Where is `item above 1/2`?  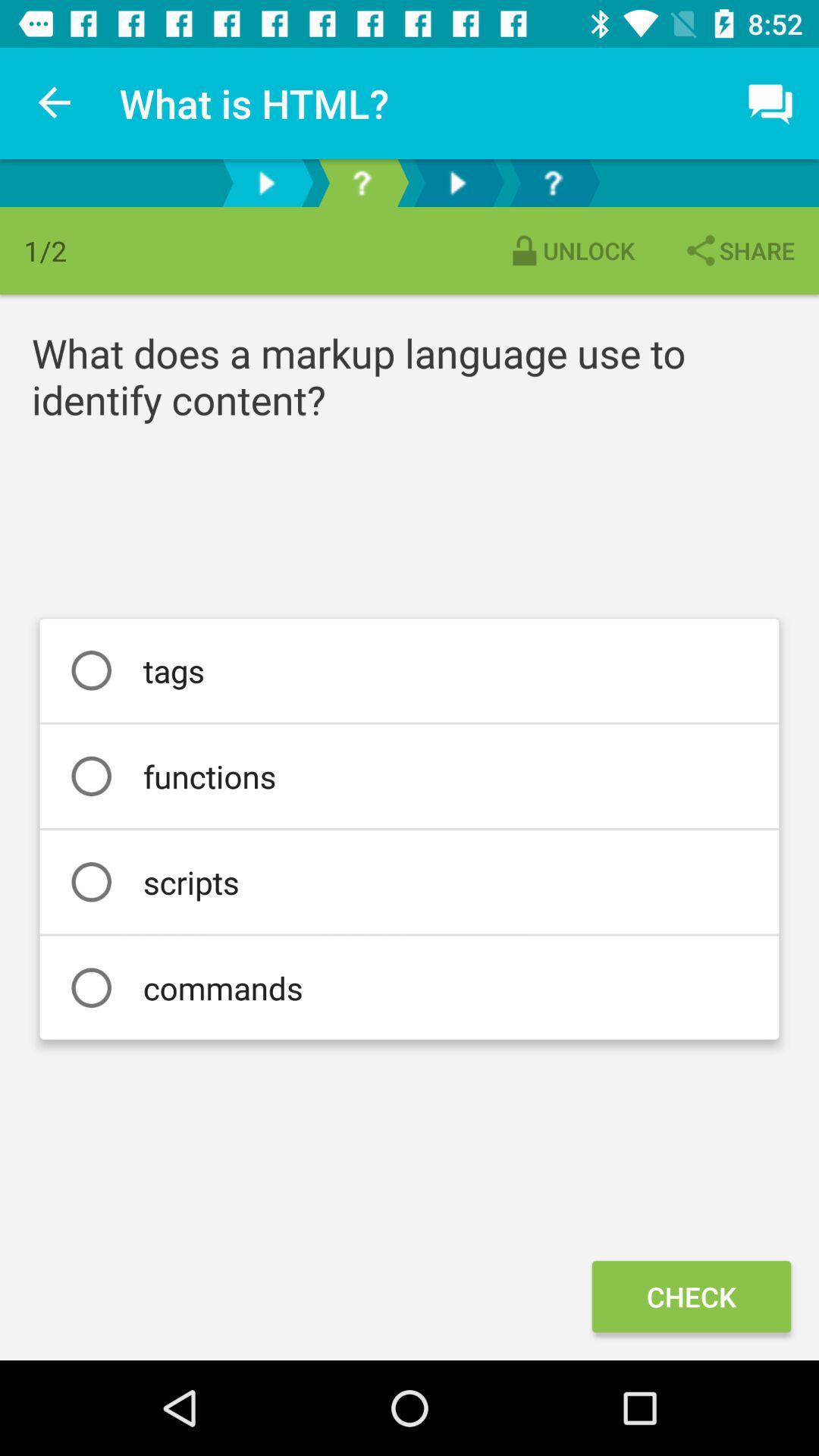 item above 1/2 is located at coordinates (55, 102).